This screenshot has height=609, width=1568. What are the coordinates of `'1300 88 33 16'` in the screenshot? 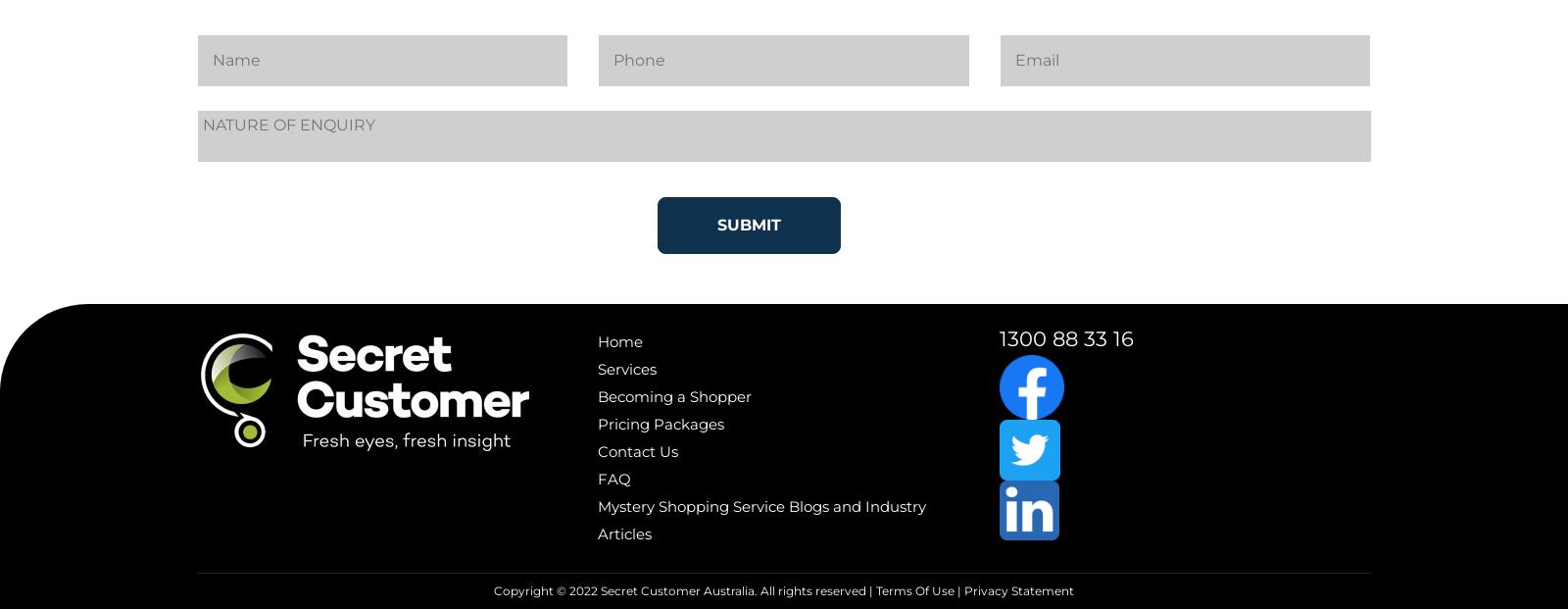 It's located at (1066, 338).